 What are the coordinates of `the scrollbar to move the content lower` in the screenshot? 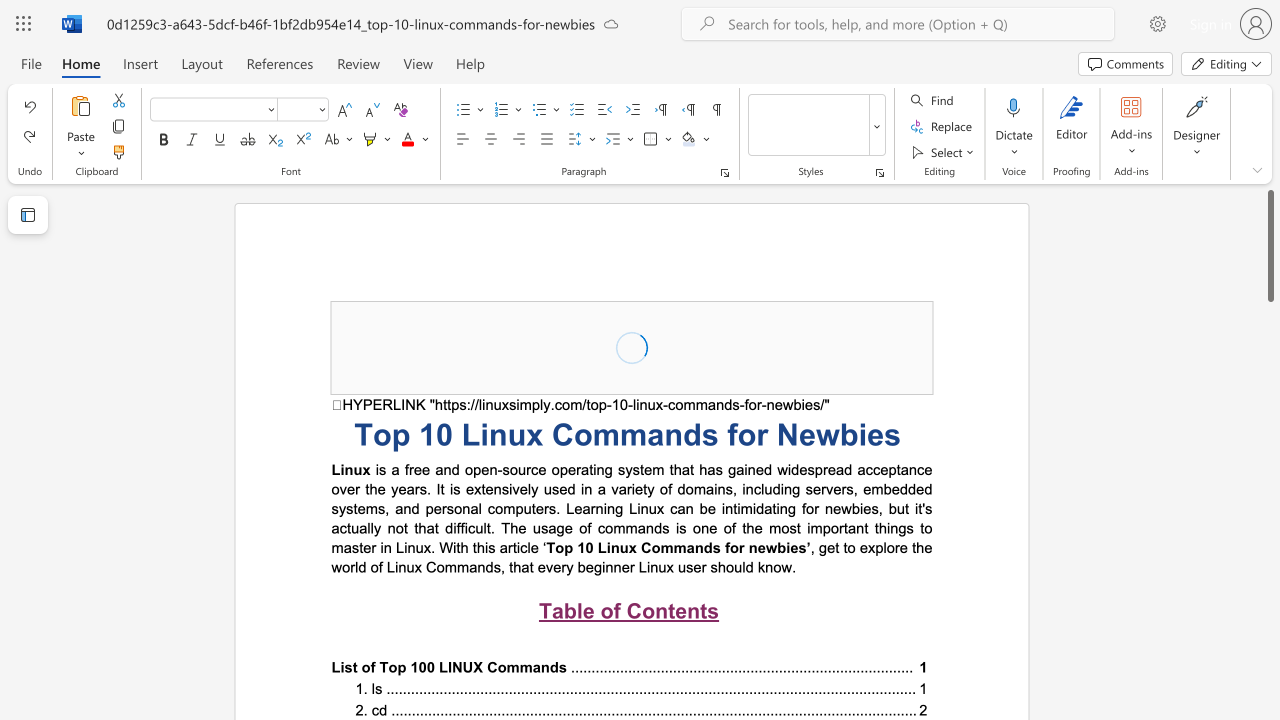 It's located at (1269, 498).